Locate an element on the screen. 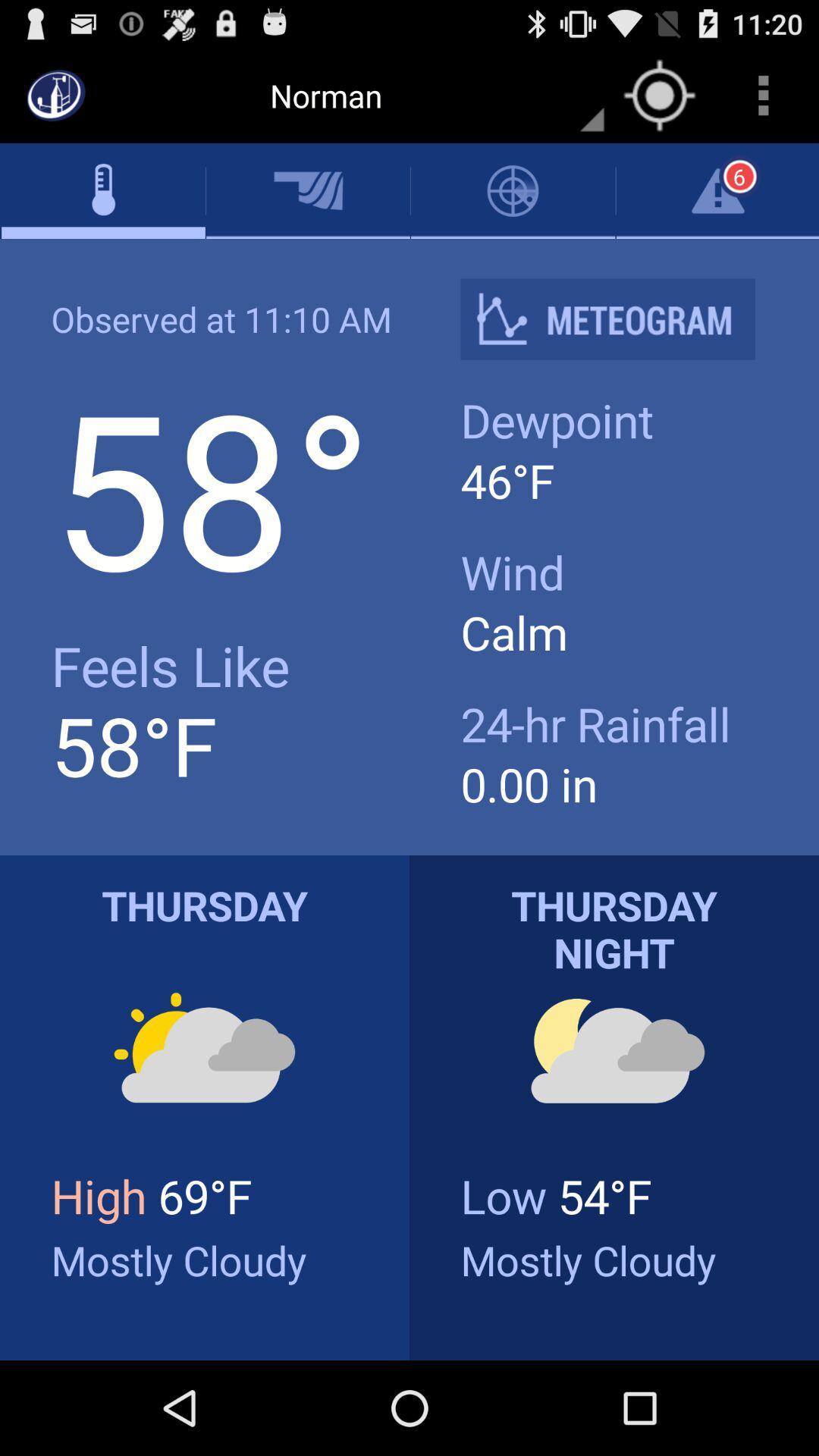  the item to the right of observed at 11 is located at coordinates (620, 318).